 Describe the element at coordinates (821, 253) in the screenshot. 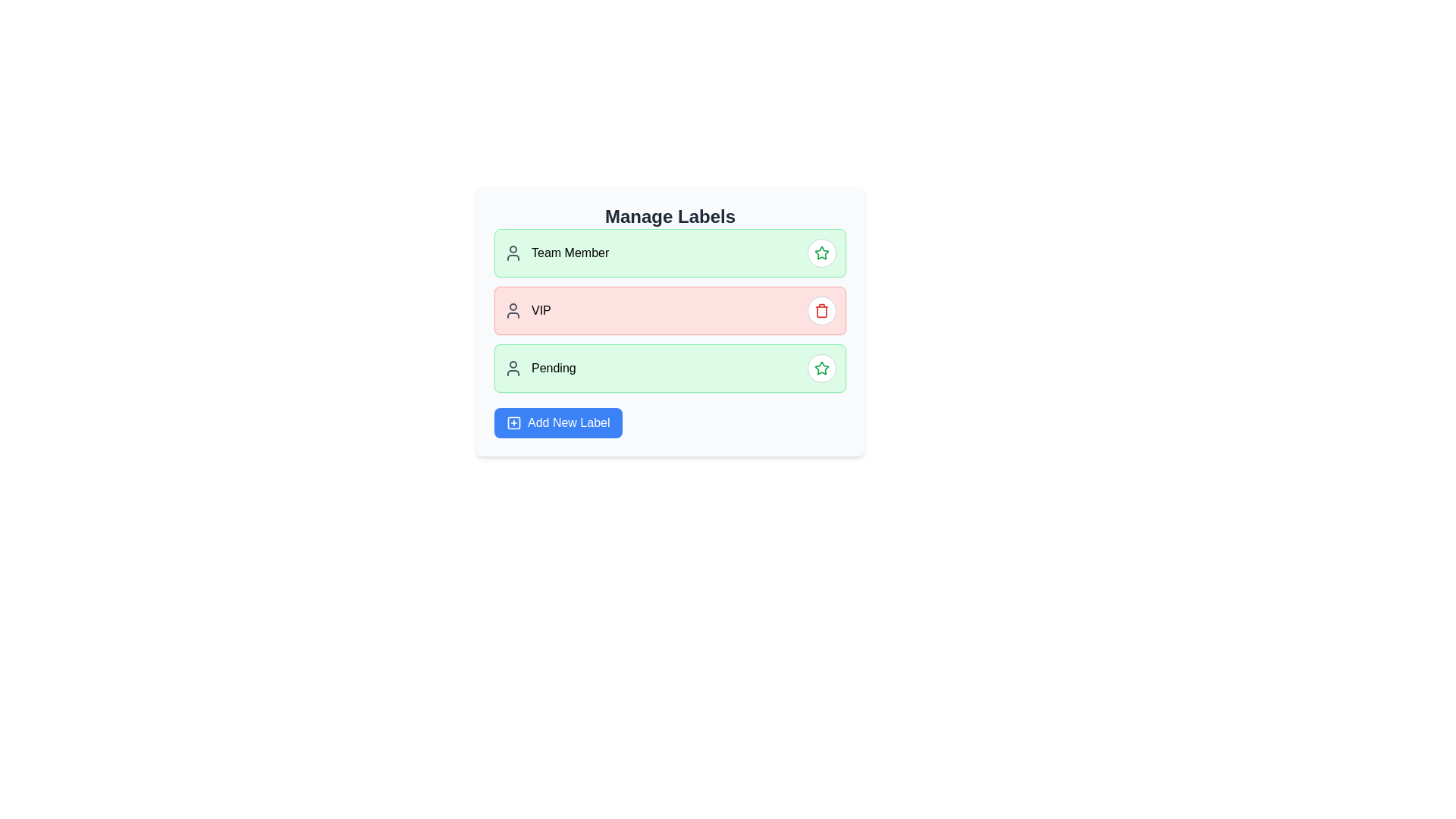

I see `the circular button with a green star icon located in the 'Team Member' section` at that location.